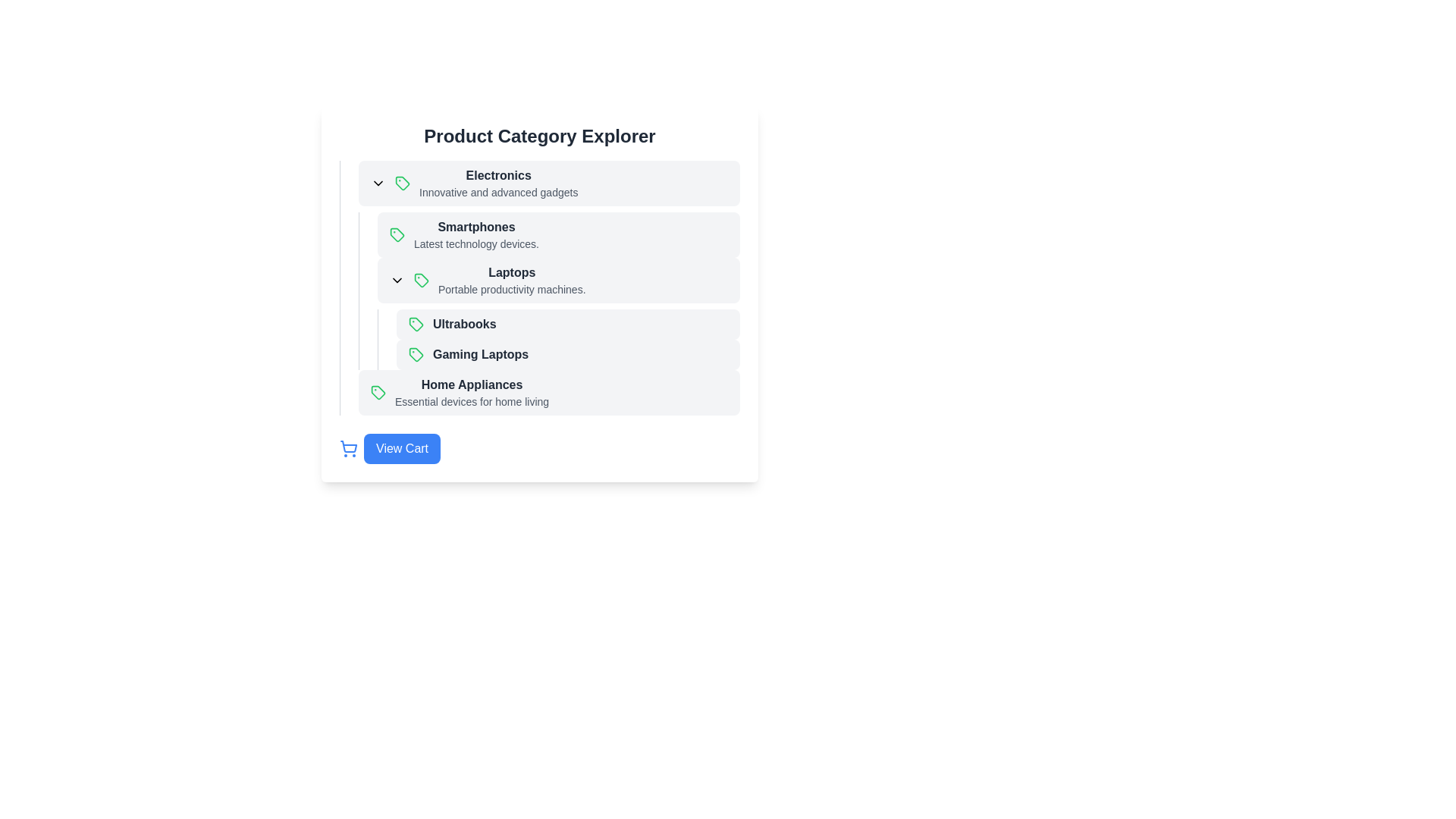  I want to click on the first selectable option in the 'Product Category Explorer' section under the 'Laptops' category, so click(567, 324).